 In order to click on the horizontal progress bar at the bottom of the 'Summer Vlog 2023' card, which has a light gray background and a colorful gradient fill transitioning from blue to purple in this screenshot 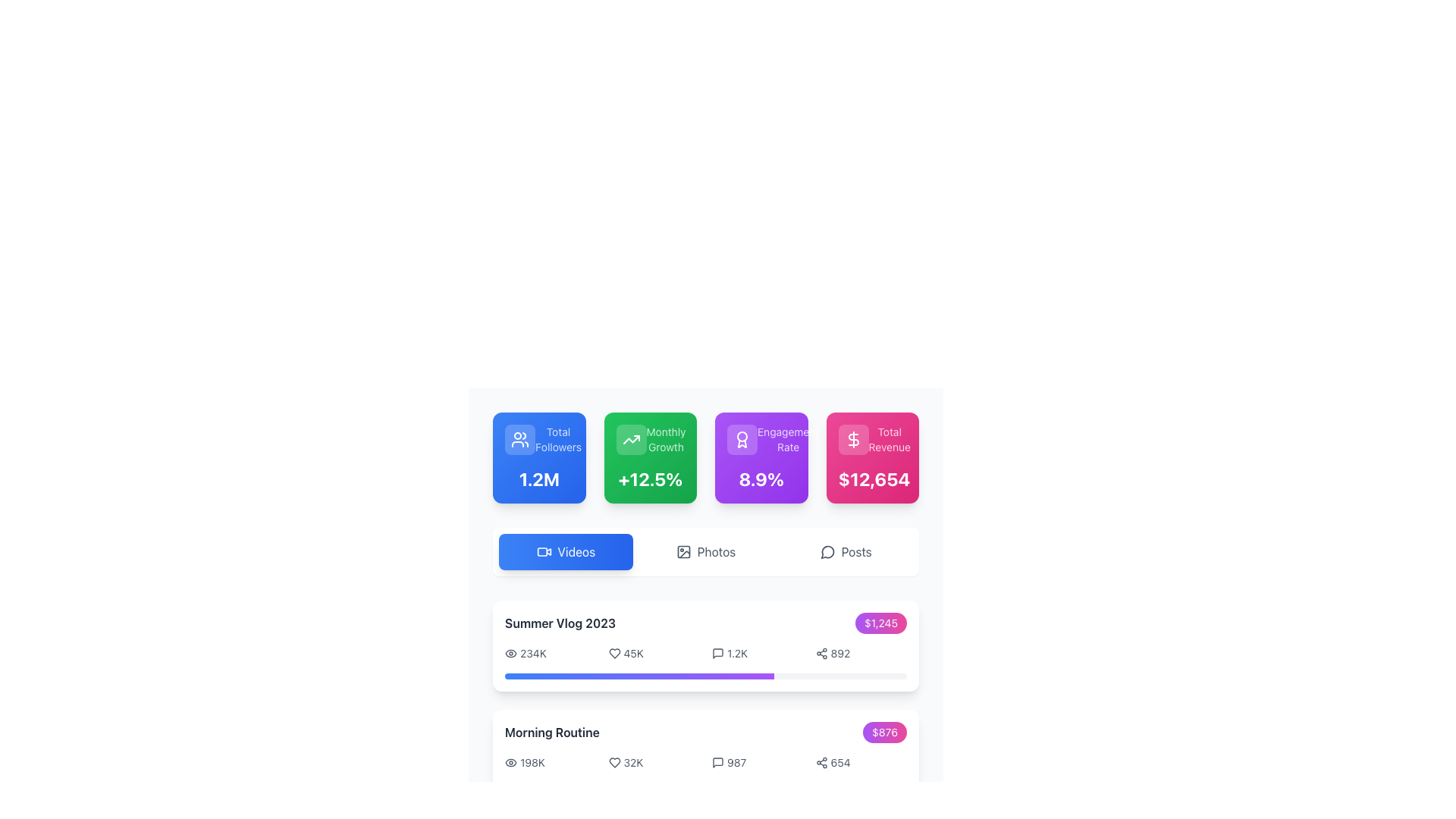, I will do `click(705, 675)`.